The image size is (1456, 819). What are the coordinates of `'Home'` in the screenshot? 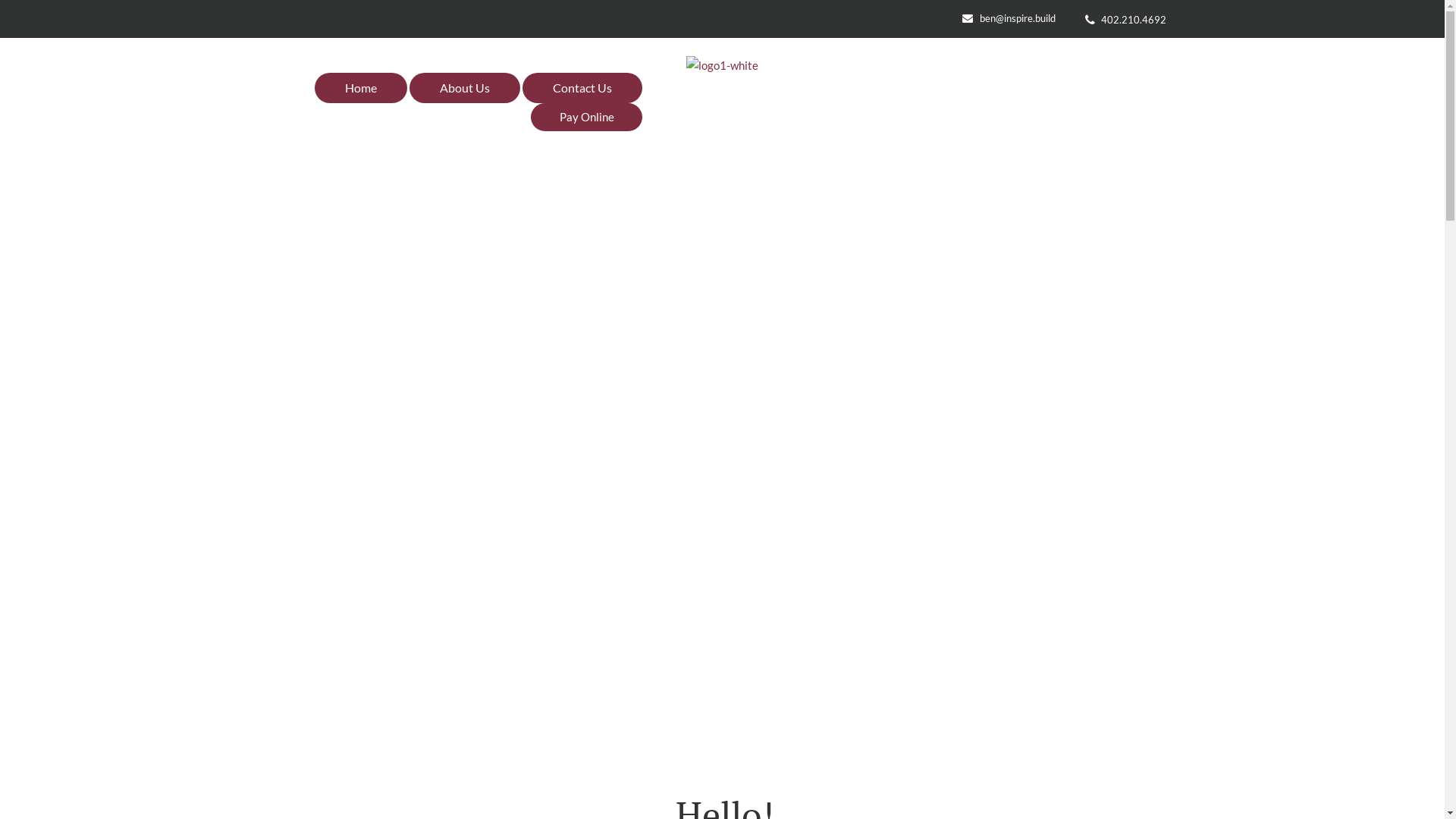 It's located at (359, 87).